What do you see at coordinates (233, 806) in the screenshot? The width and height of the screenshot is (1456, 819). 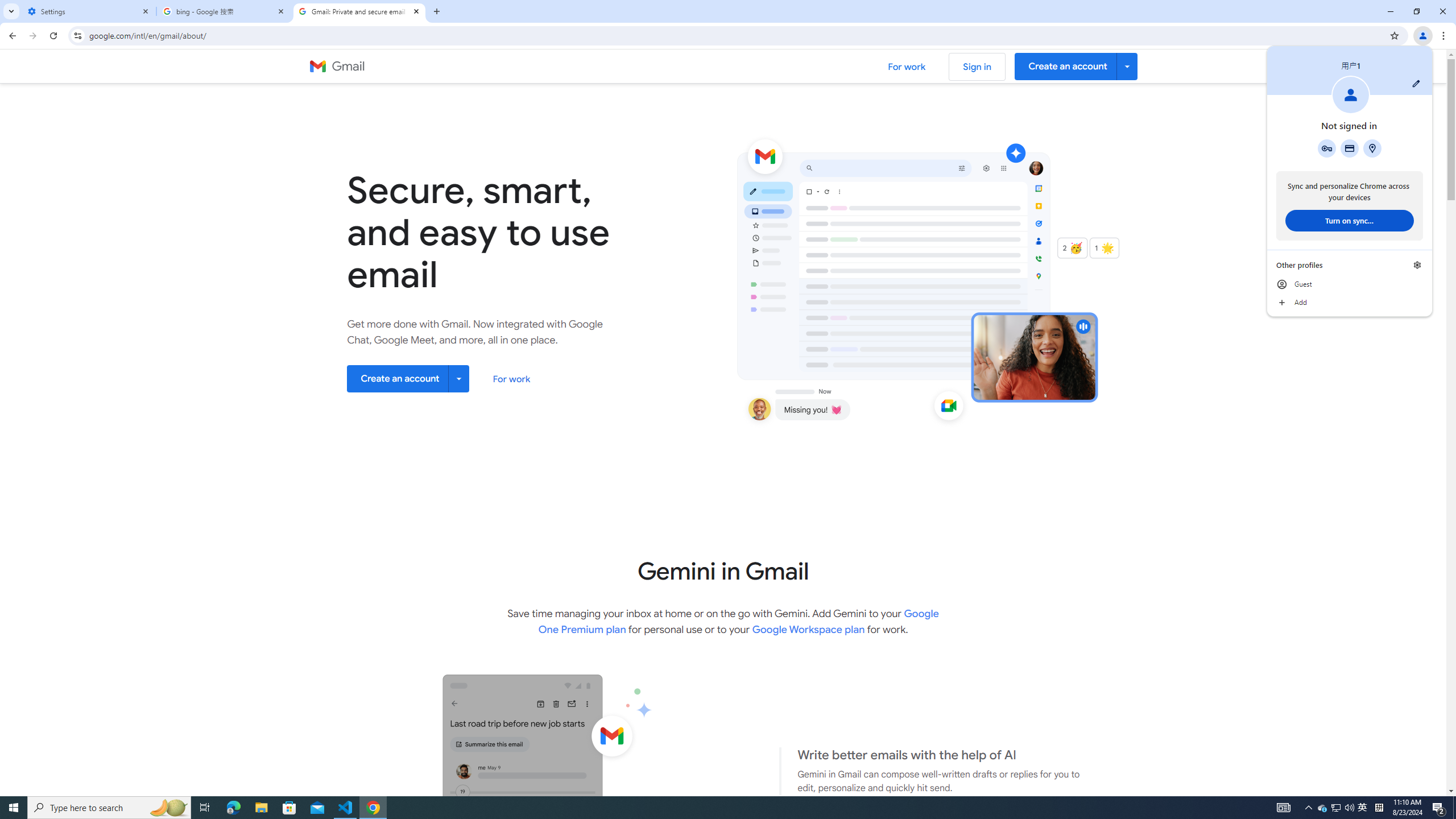 I see `'Microsoft Edge'` at bounding box center [233, 806].